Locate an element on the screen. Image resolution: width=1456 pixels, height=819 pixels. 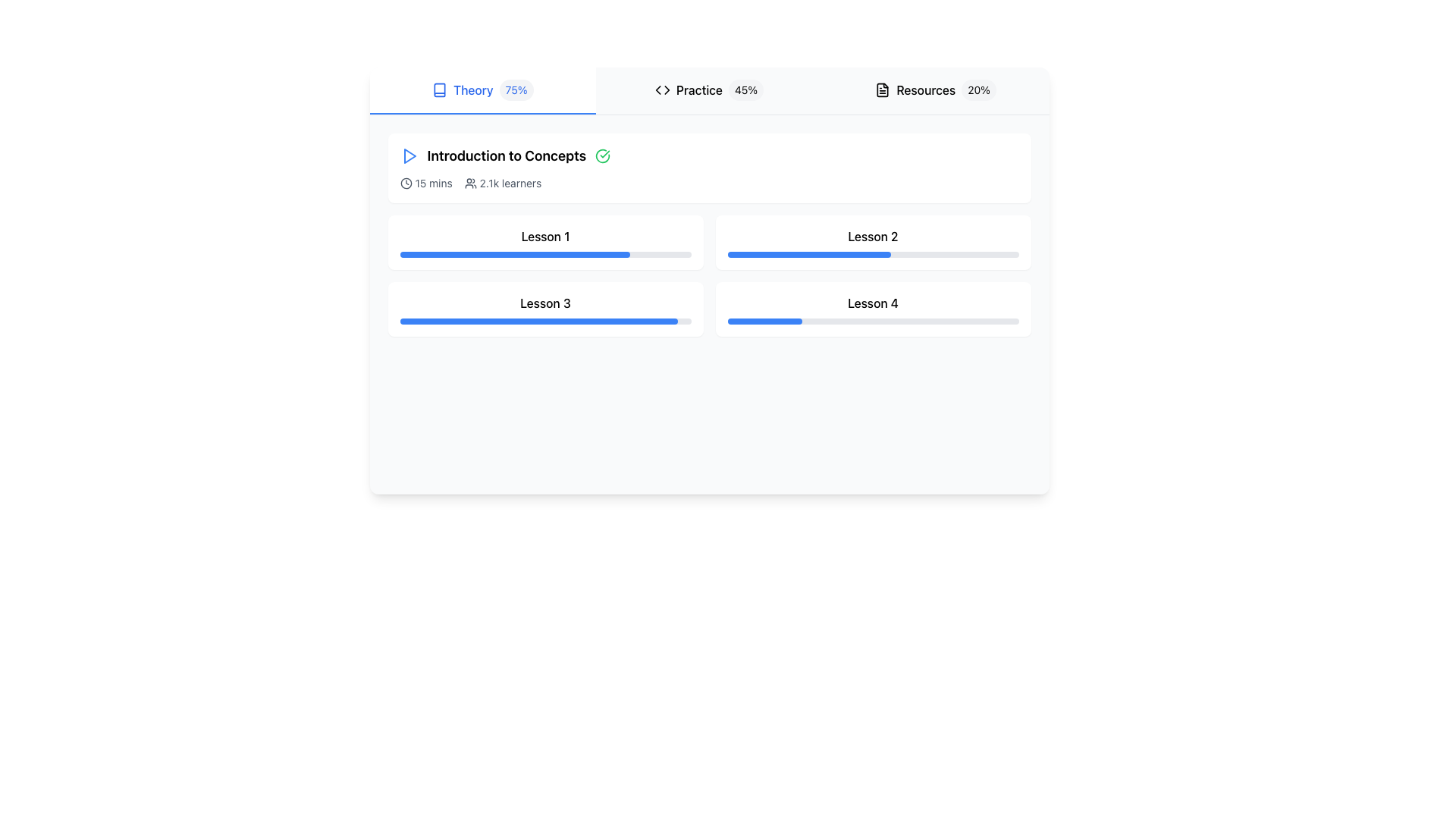
the text label displaying 'Theory', which is located near the top center of the interface, part of a navigation structure, positioned between an SVG icon and a percentage badge ('75%') is located at coordinates (472, 90).